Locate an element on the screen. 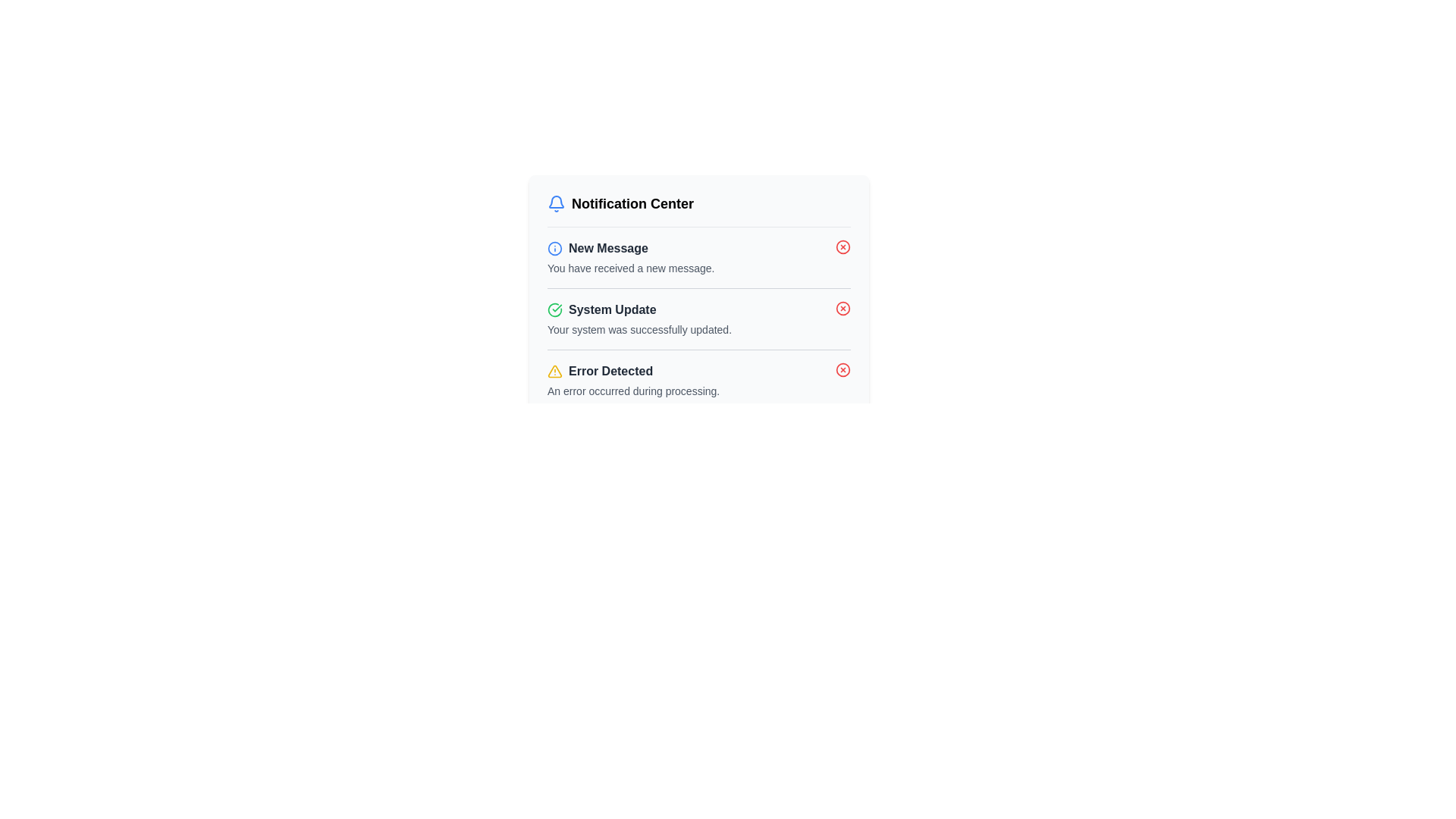 This screenshot has width=1456, height=819. the circular SVG shape with a blue outline located inside the leftmost notification icon in the Notification Center is located at coordinates (554, 247).